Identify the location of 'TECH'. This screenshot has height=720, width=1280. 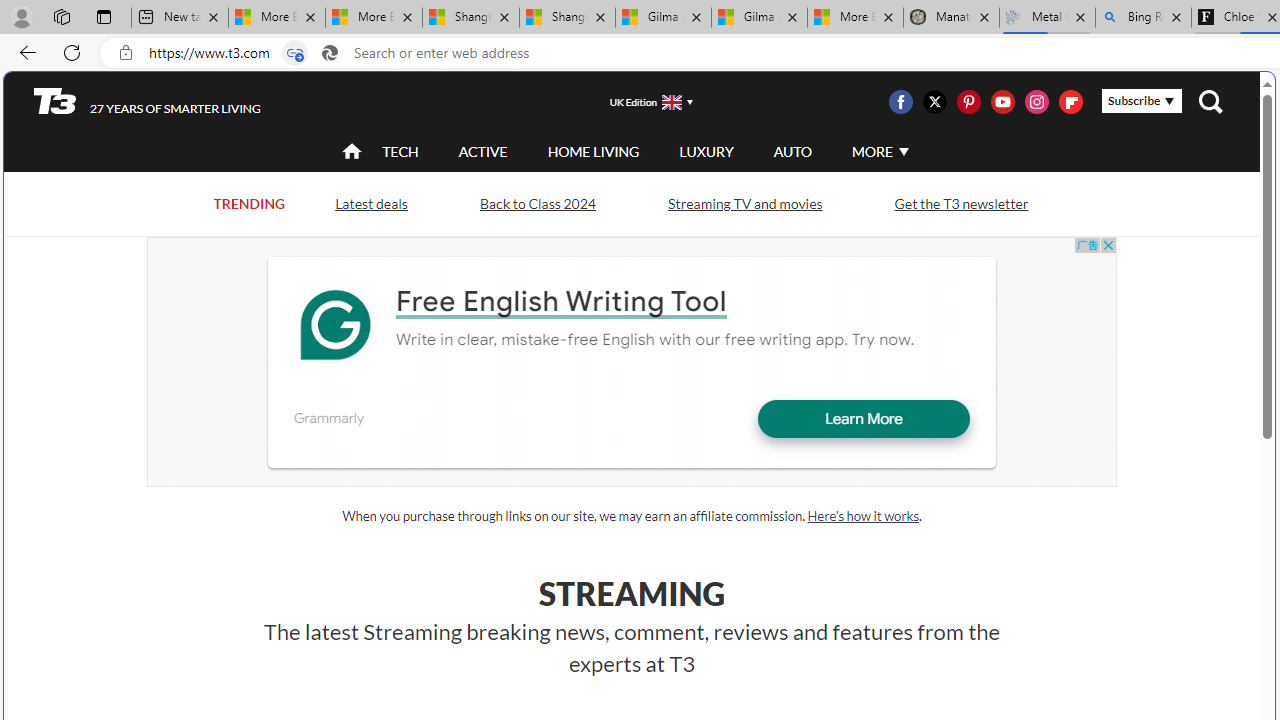
(400, 150).